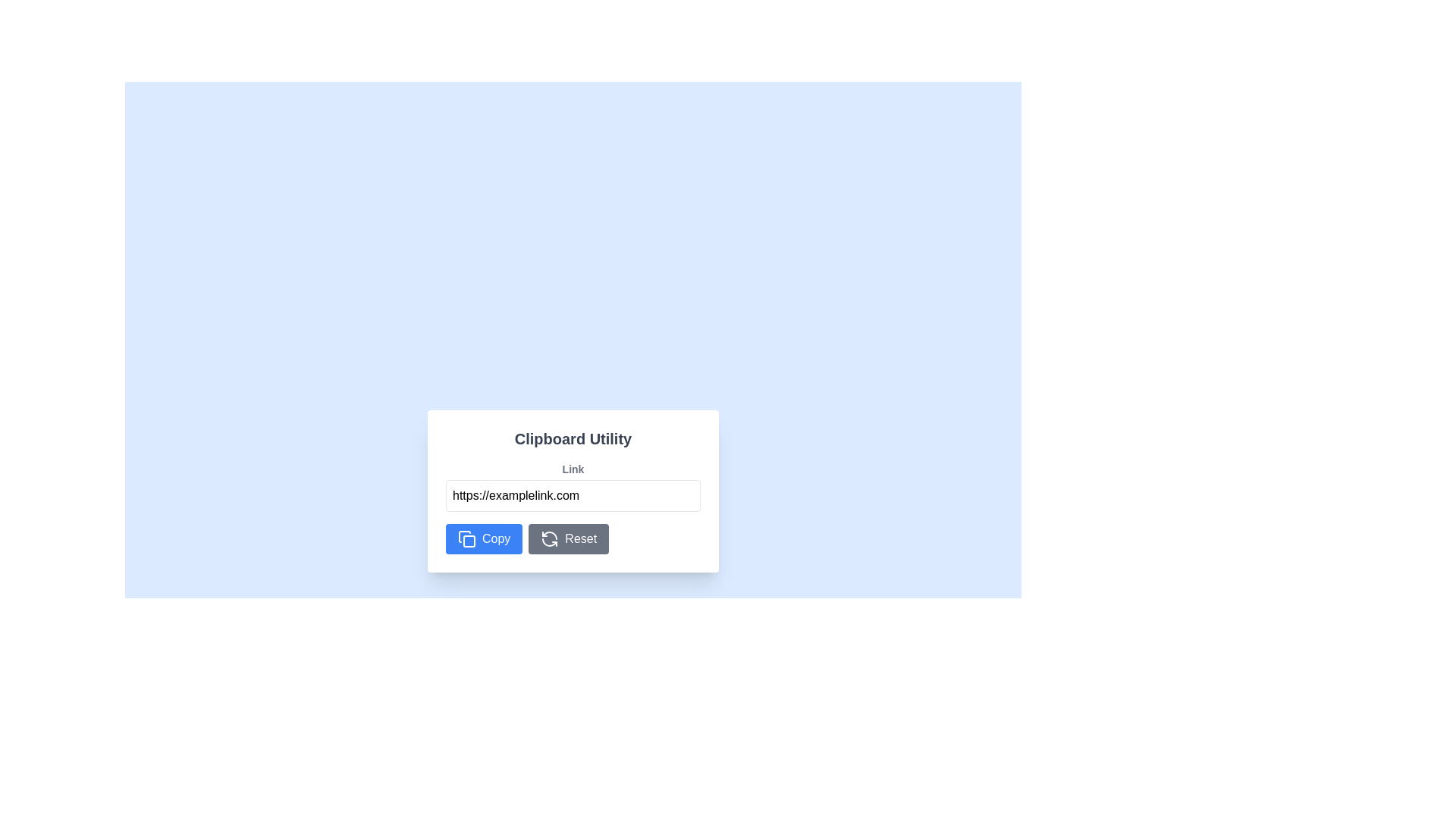  What do you see at coordinates (567, 538) in the screenshot?
I see `the 'Reset' button with rounded corners and a gray background, located at the bottom-right corner of the button group` at bounding box center [567, 538].